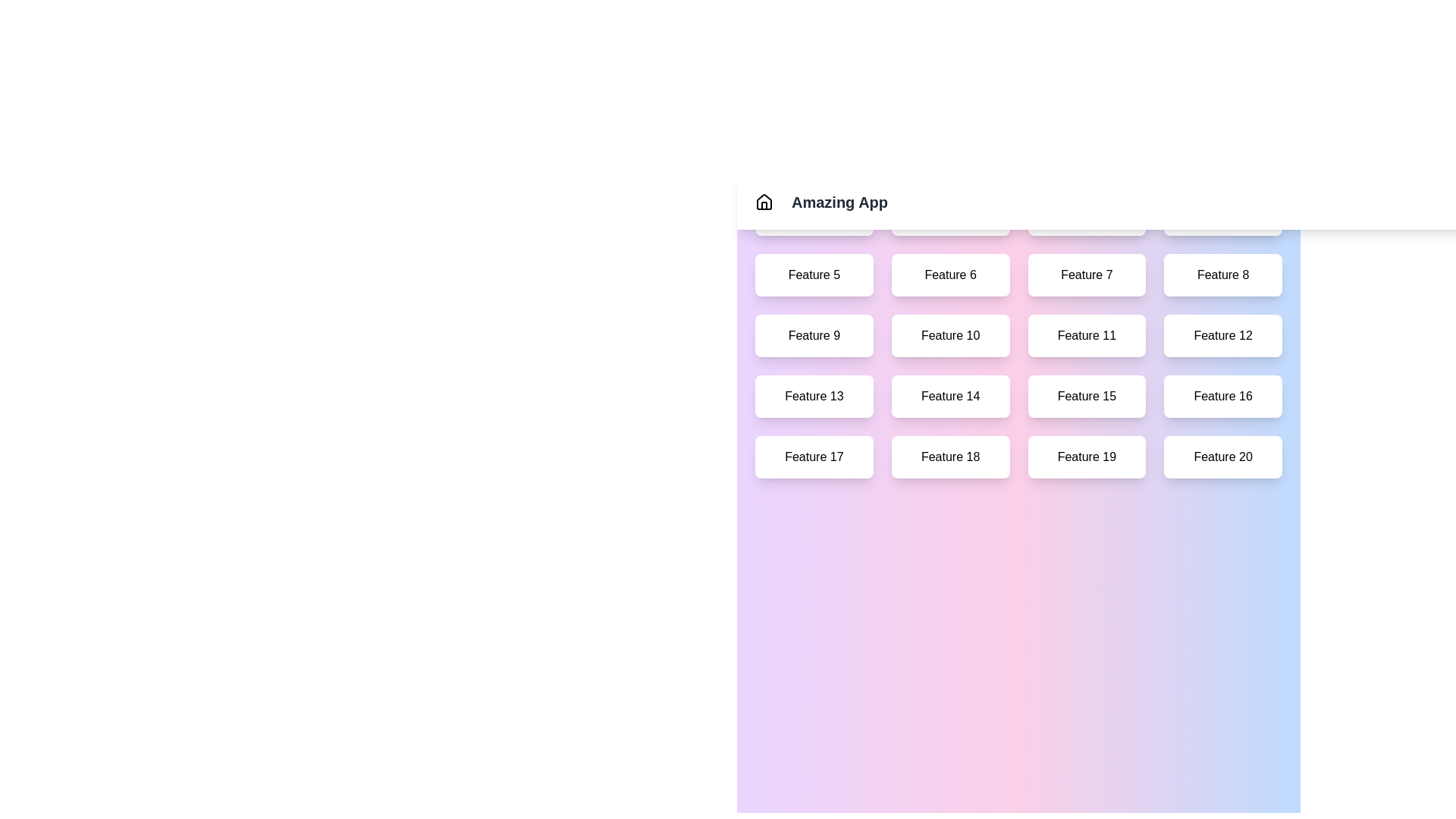  Describe the element at coordinates (764, 201) in the screenshot. I see `the home button to toggle the visibility of the navigation menu` at that location.